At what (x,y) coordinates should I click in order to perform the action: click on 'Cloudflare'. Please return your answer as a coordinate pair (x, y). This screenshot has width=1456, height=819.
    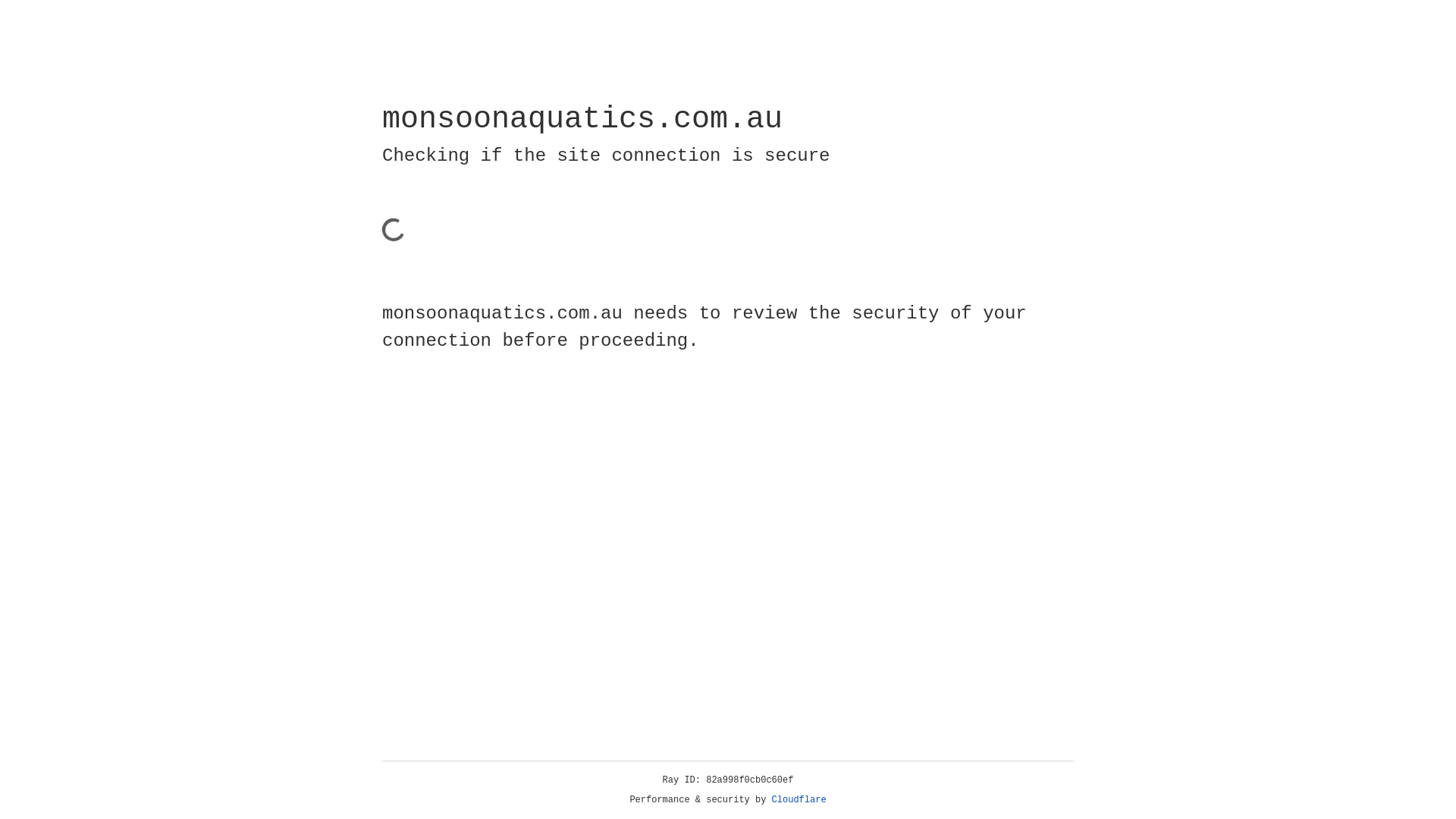
    Looking at the image, I should click on (799, 799).